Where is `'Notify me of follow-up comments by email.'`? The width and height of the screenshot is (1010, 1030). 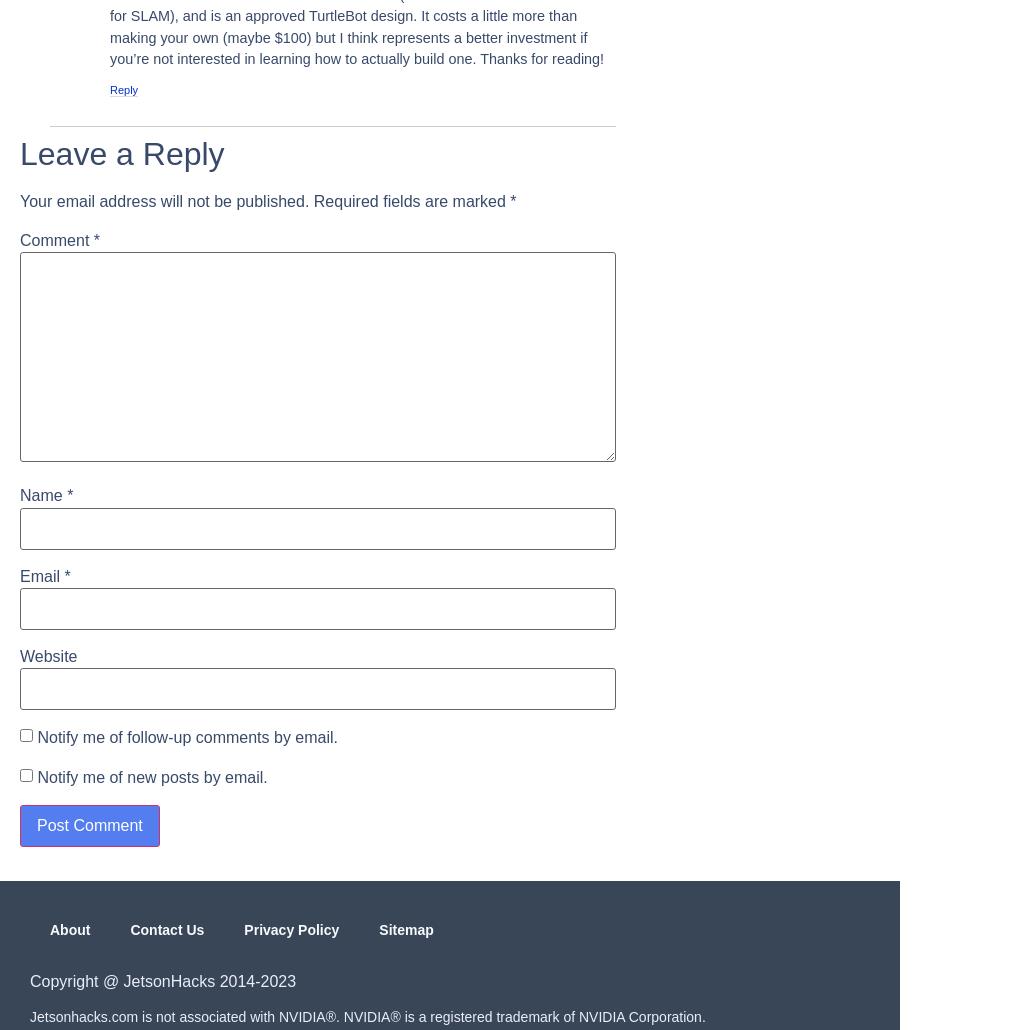 'Notify me of follow-up comments by email.' is located at coordinates (186, 736).